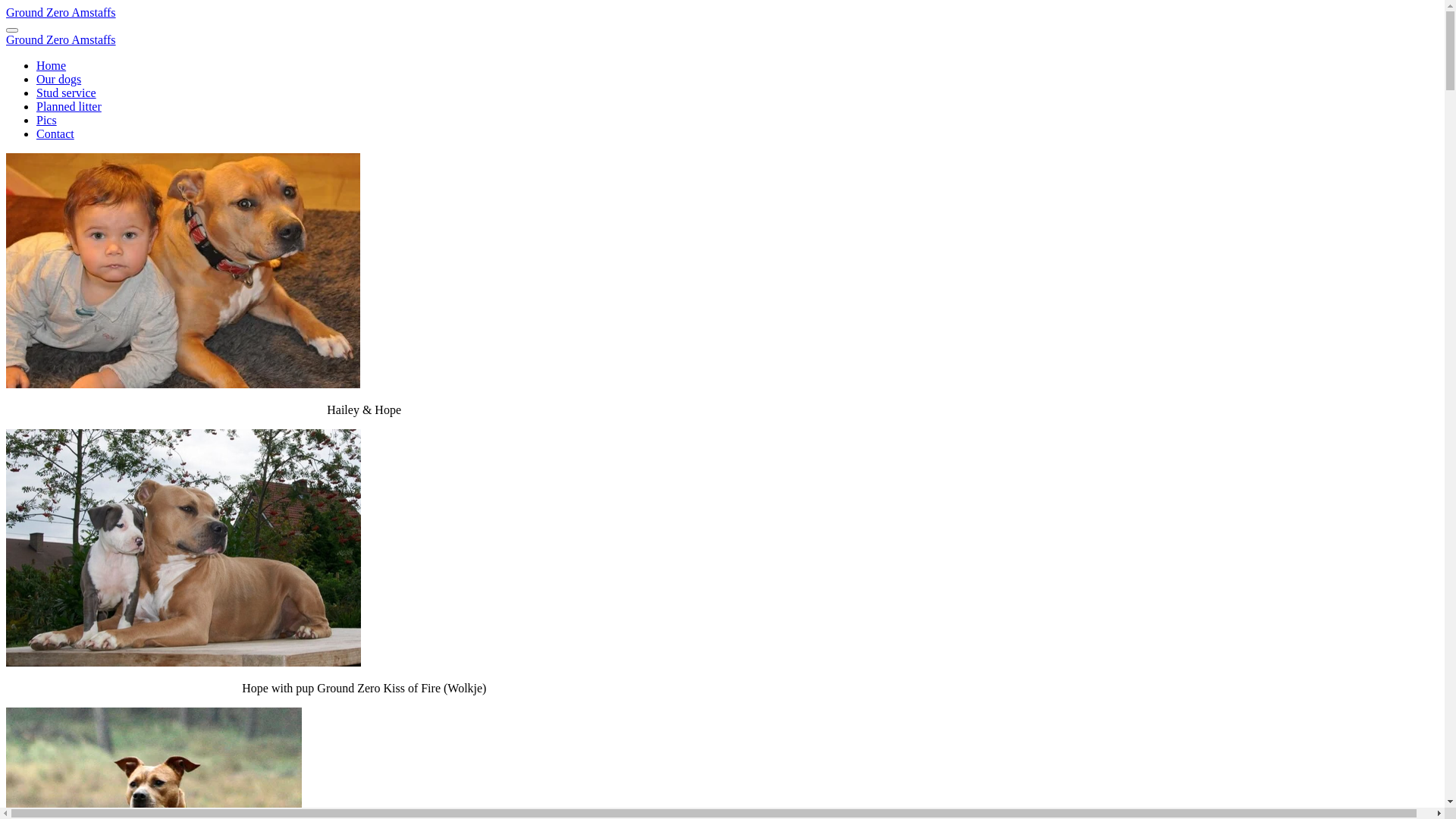  What do you see at coordinates (58, 79) in the screenshot?
I see `'Our dogs'` at bounding box center [58, 79].